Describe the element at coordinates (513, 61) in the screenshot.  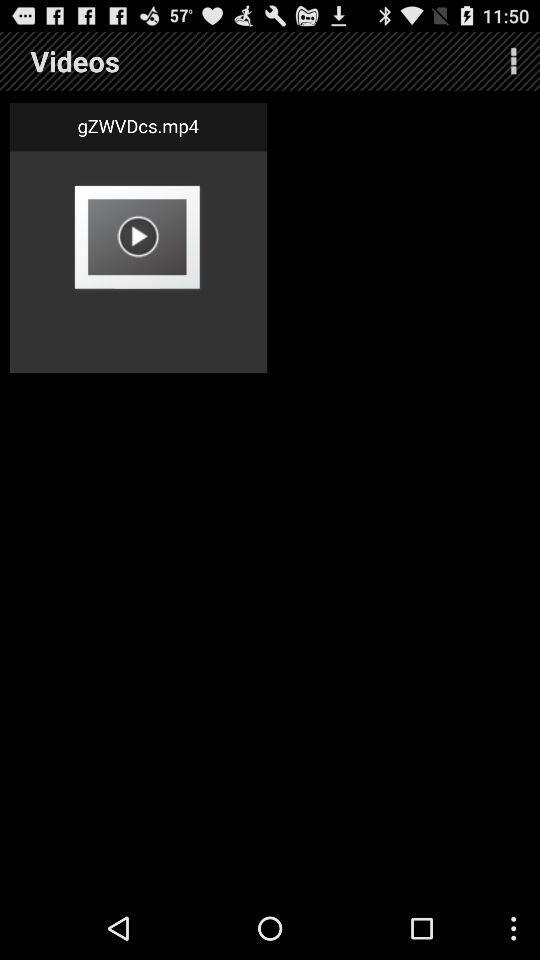
I see `item at the top right corner` at that location.